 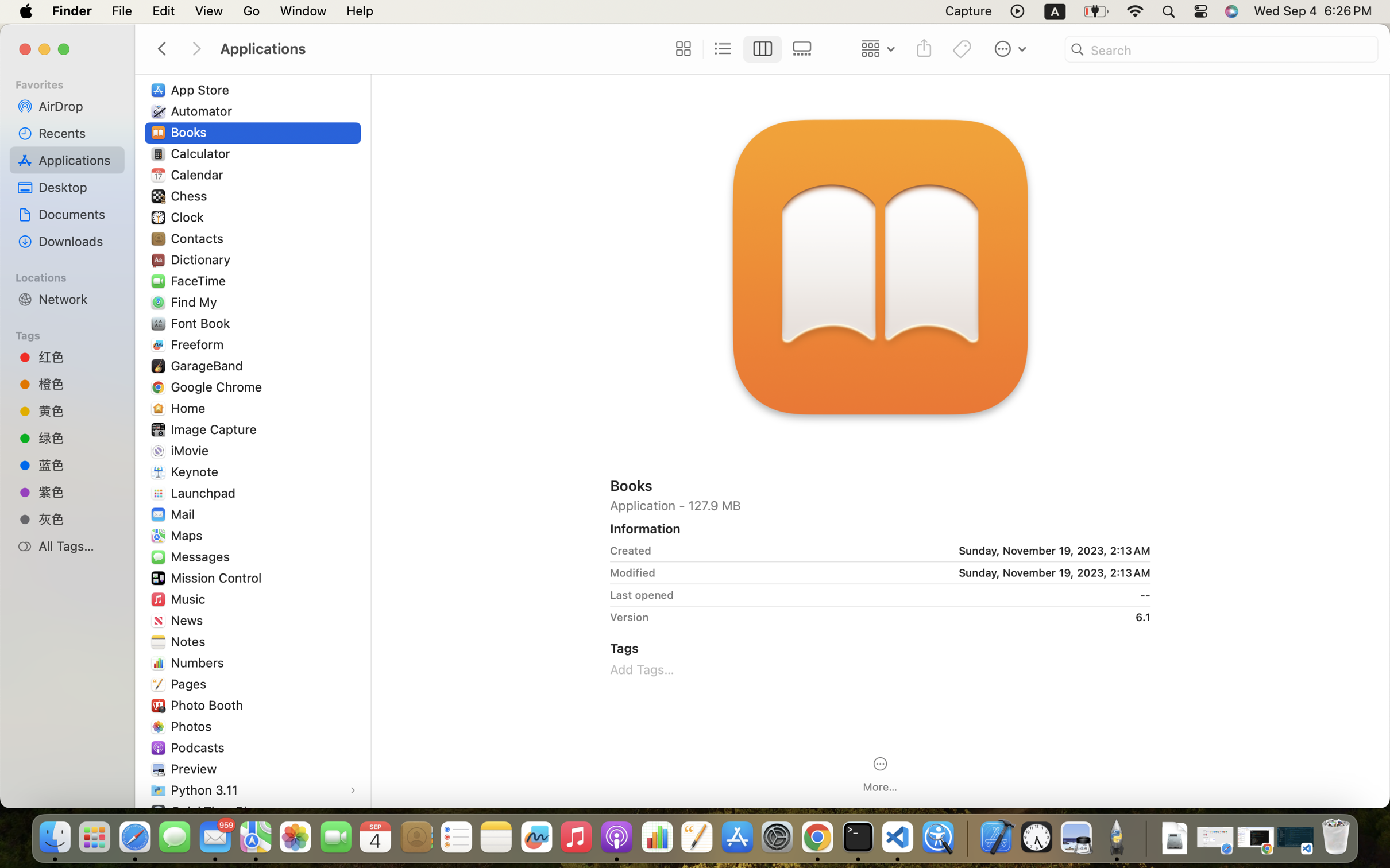 I want to click on 'Automator', so click(x=203, y=110).